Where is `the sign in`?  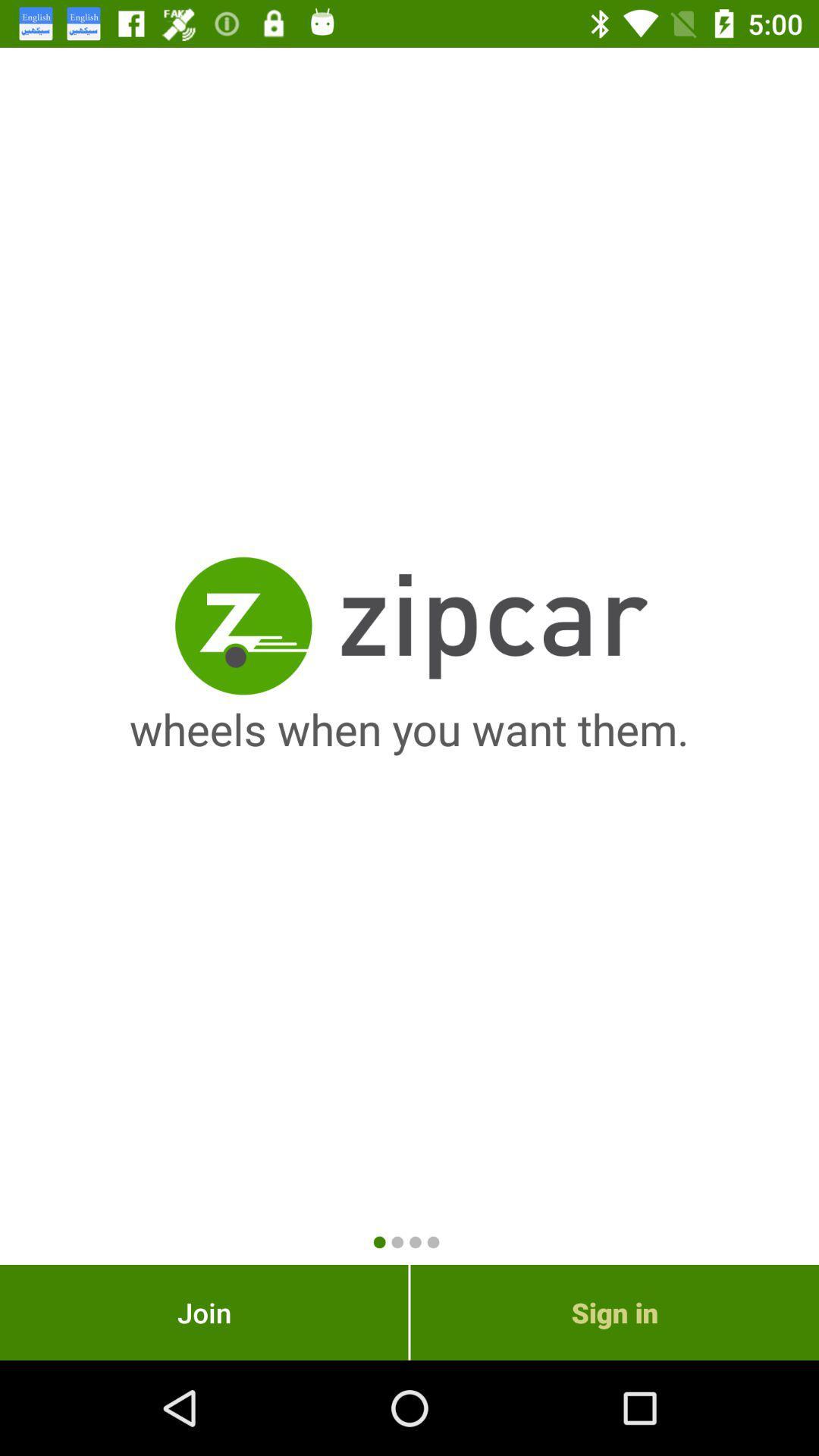 the sign in is located at coordinates (614, 1312).